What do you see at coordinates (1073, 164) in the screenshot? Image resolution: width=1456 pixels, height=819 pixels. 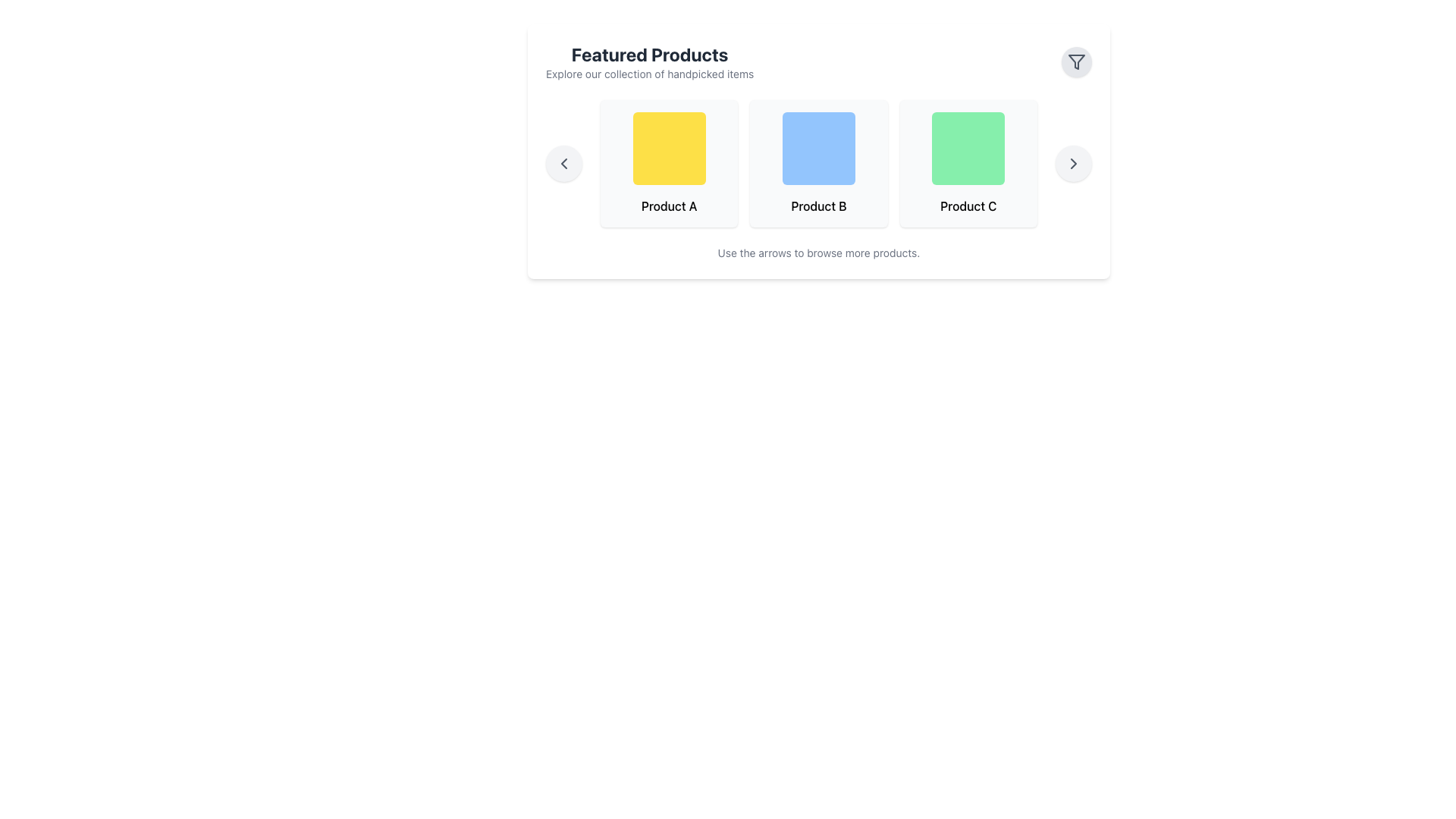 I see `the navigation button located at the bottom-right of the product listing to observe the shadow effect` at bounding box center [1073, 164].